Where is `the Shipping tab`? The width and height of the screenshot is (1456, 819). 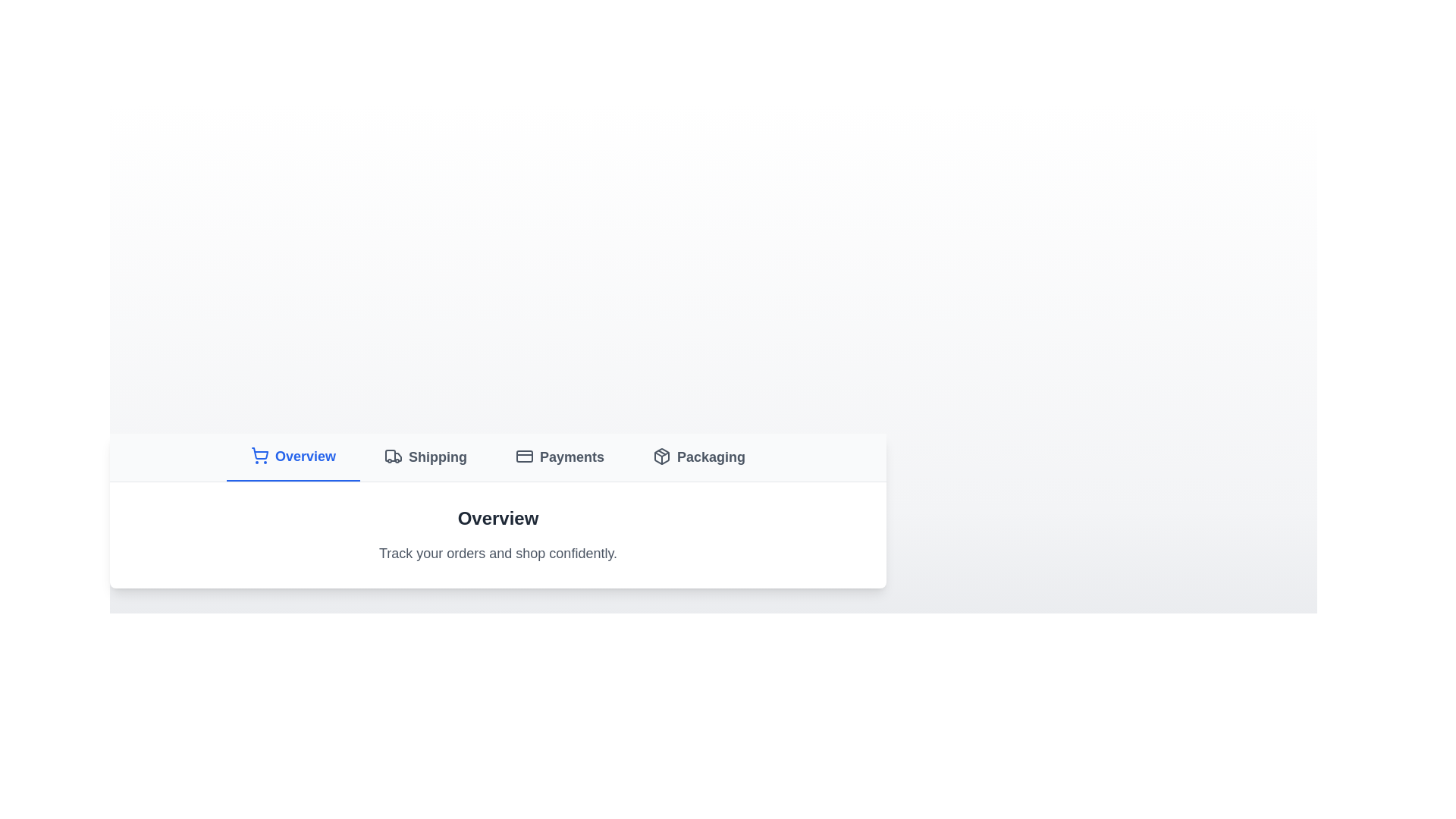 the Shipping tab is located at coordinates (425, 457).